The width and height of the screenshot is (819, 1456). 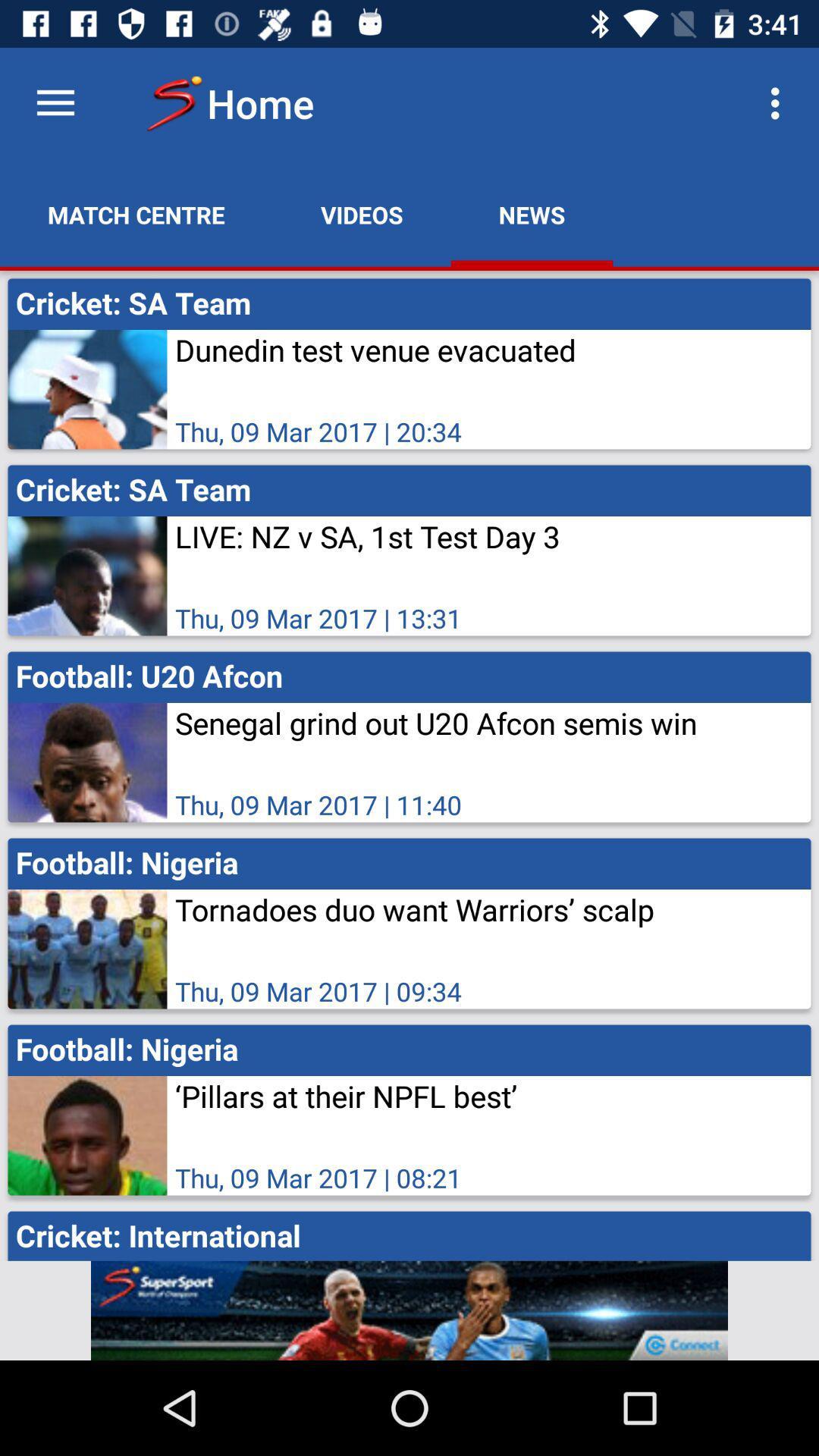 I want to click on men, so click(x=409, y=1310).